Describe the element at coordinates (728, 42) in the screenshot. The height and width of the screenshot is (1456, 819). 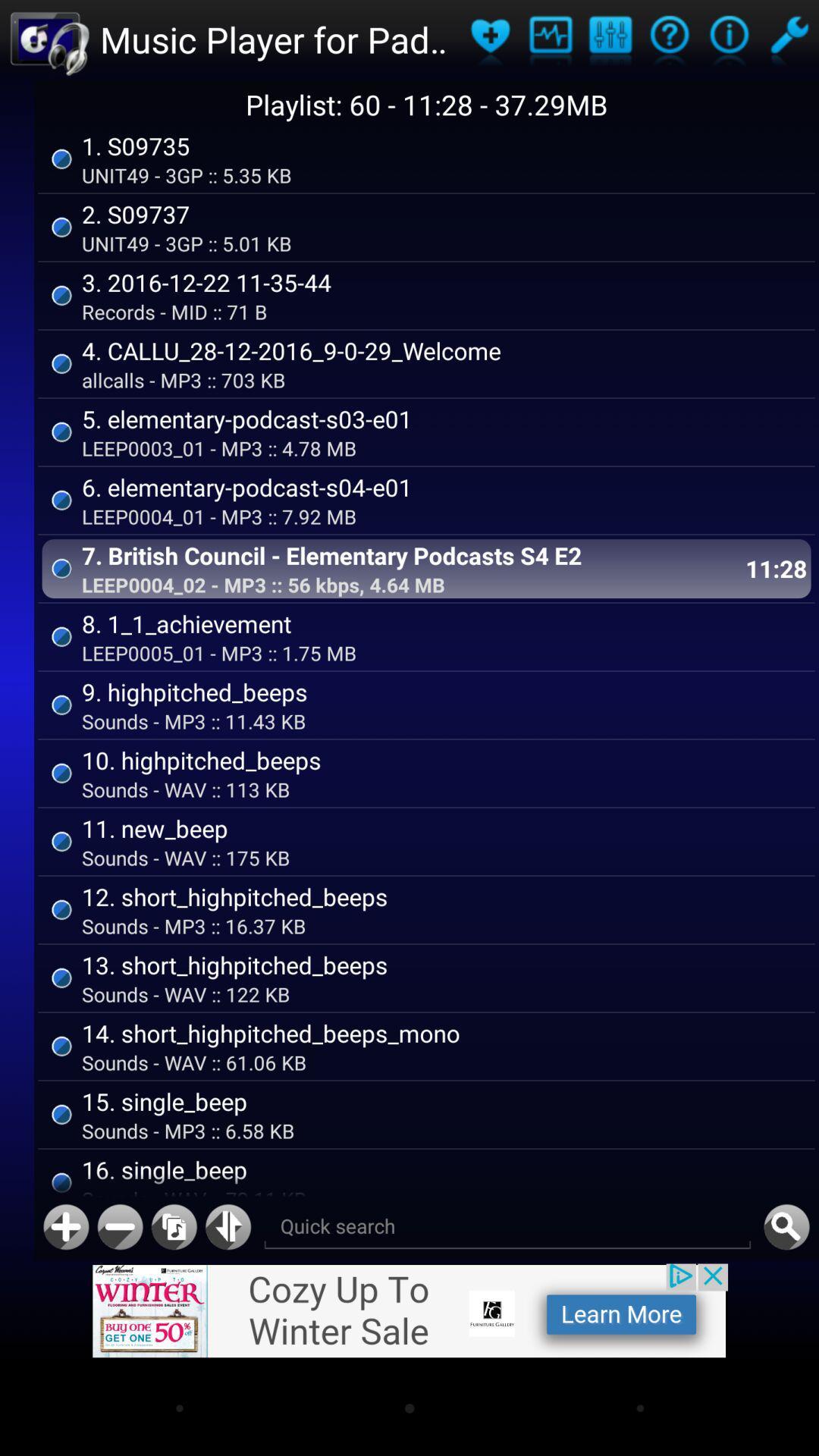
I see `the info icon` at that location.